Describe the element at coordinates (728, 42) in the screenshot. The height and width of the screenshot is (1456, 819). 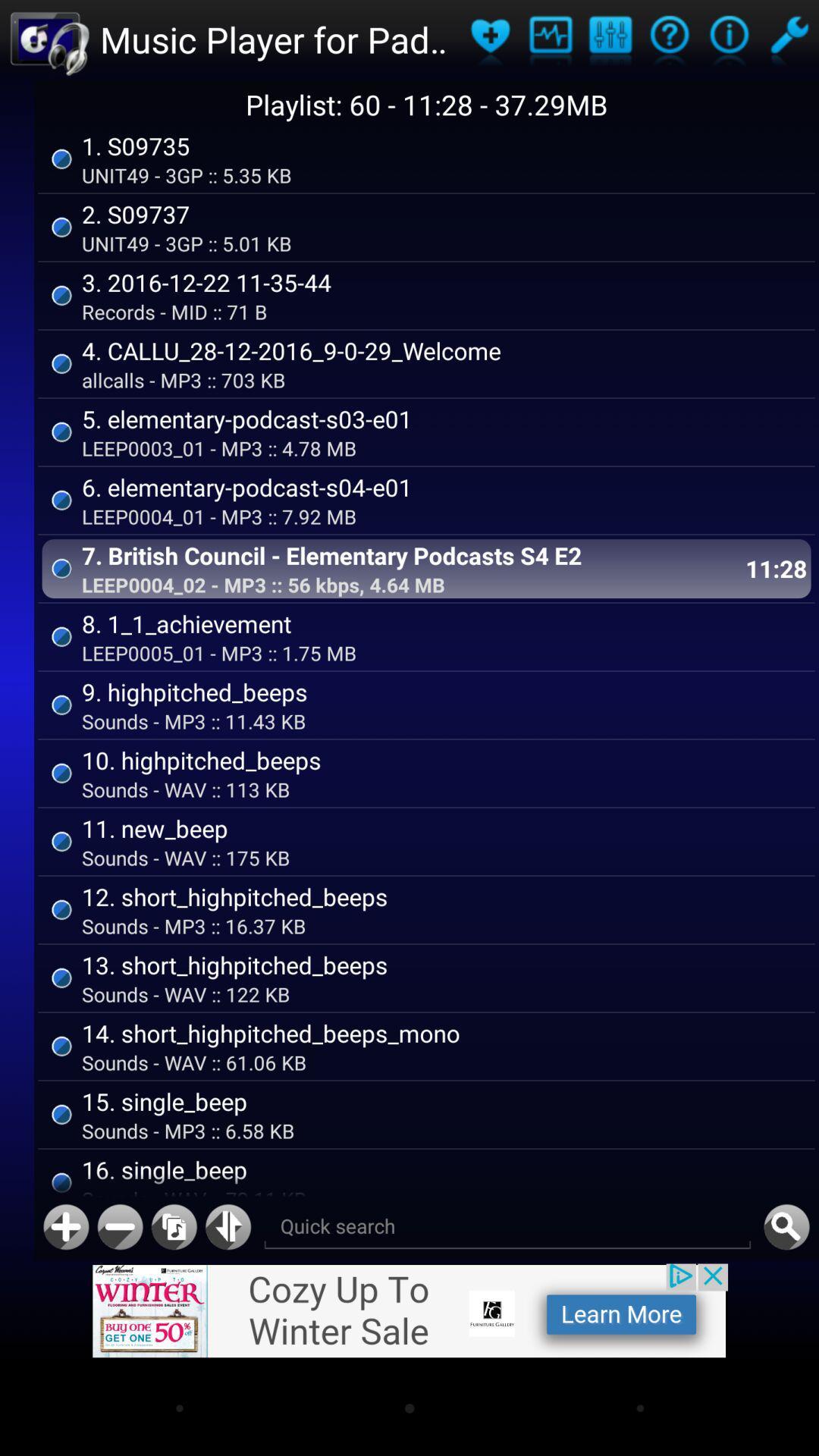
I see `the info icon` at that location.